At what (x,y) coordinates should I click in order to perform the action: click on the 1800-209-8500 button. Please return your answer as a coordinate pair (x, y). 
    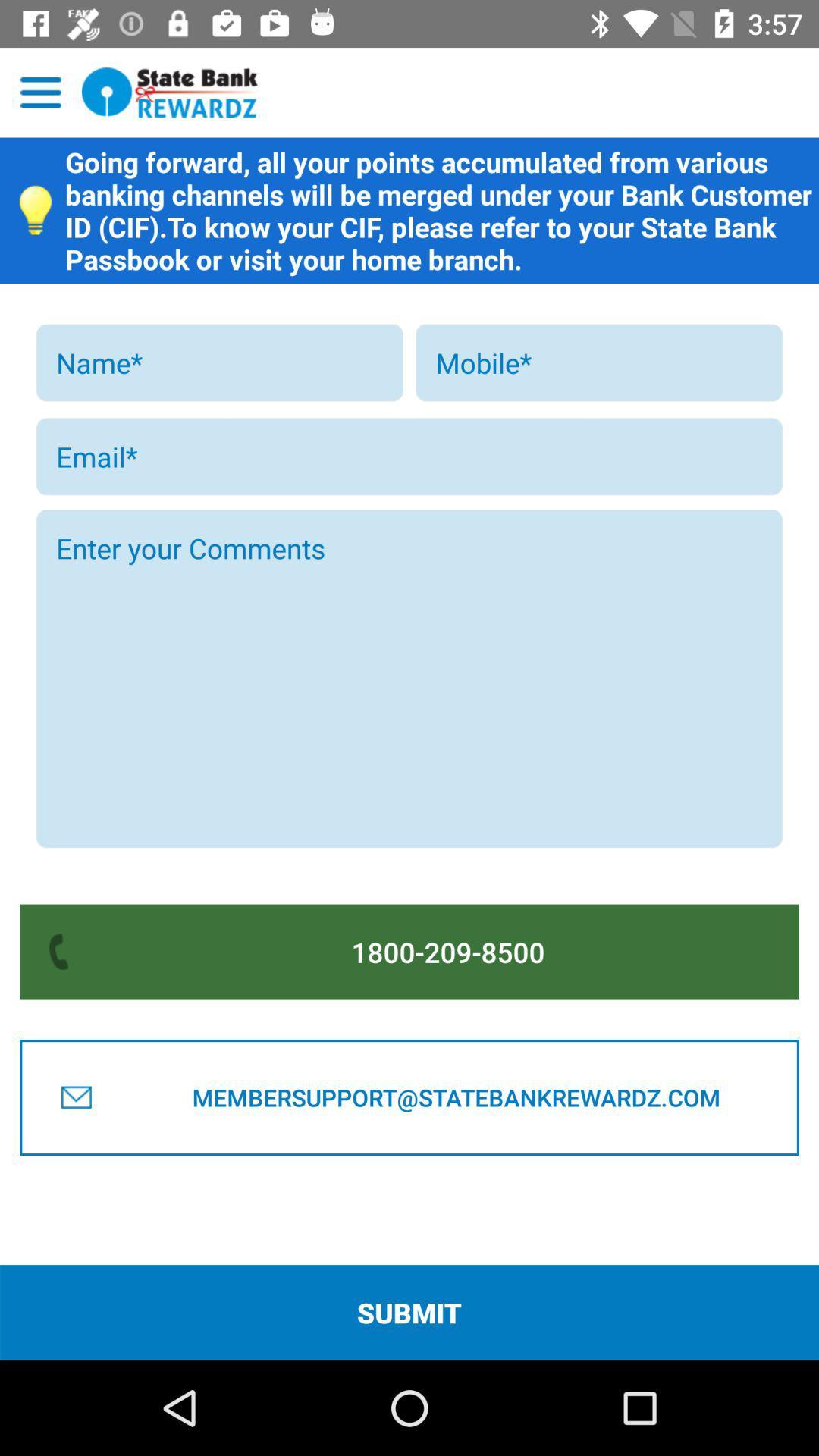
    Looking at the image, I should click on (447, 951).